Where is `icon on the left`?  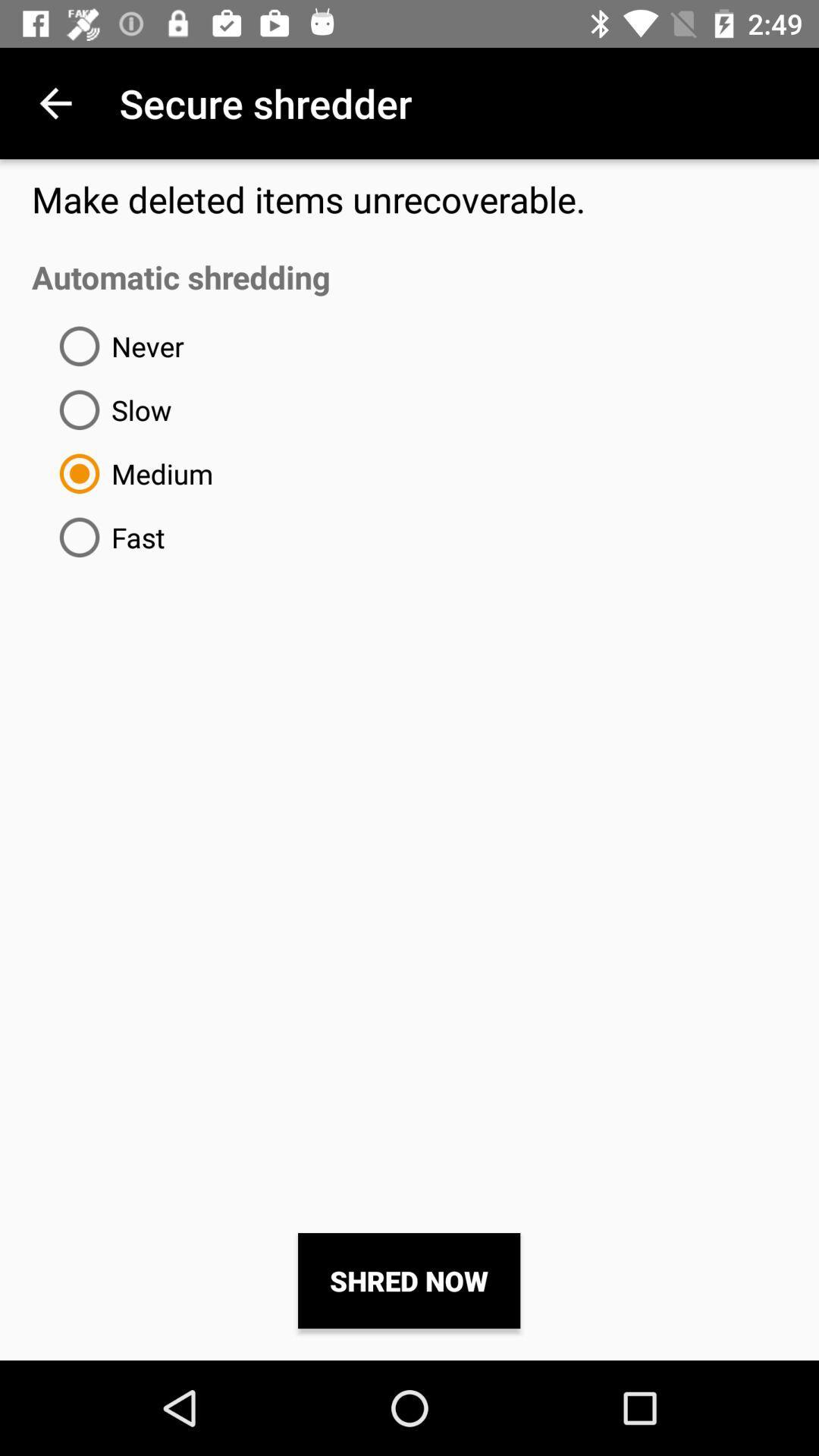 icon on the left is located at coordinates (105, 537).